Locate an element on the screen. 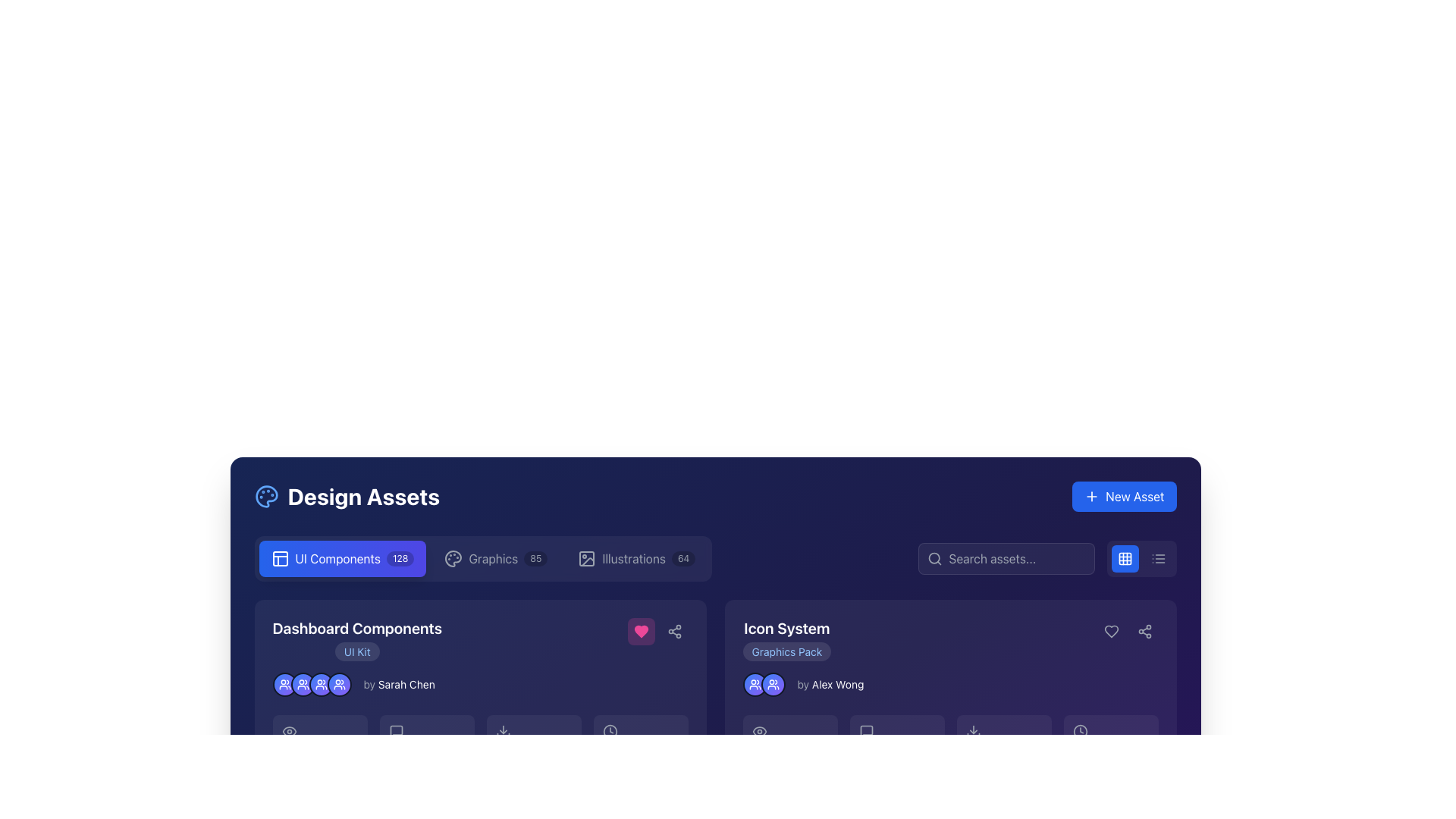 This screenshot has width=1456, height=819. the static text label displaying 'Sarah Chen', which is styled in white and part of the attribution text 'by Sarah Chen' within the 'UI Components' tab below the 'Dashboard Components' section is located at coordinates (406, 684).